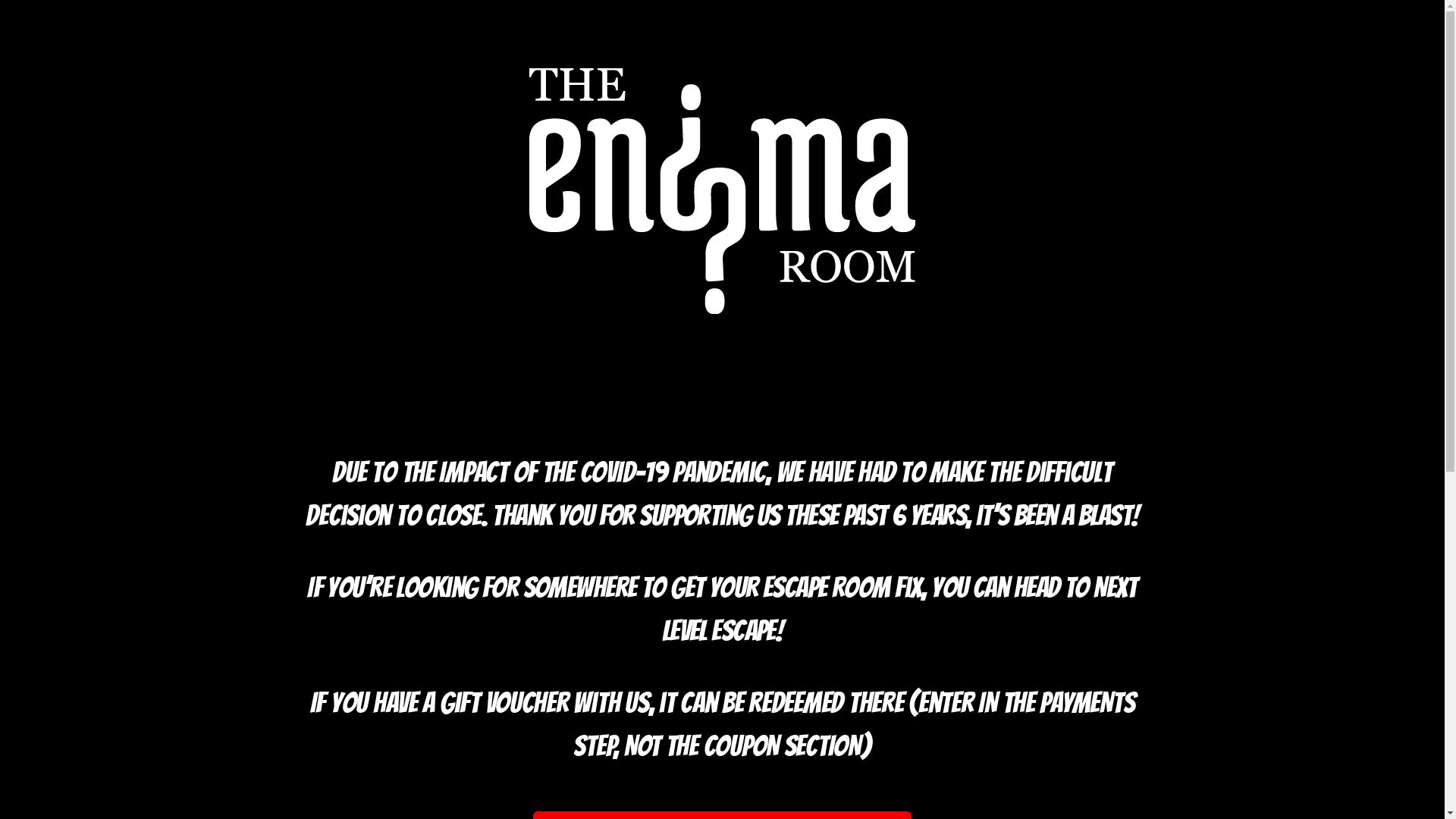  I want to click on 'Logo Type (White)', so click(721, 190).